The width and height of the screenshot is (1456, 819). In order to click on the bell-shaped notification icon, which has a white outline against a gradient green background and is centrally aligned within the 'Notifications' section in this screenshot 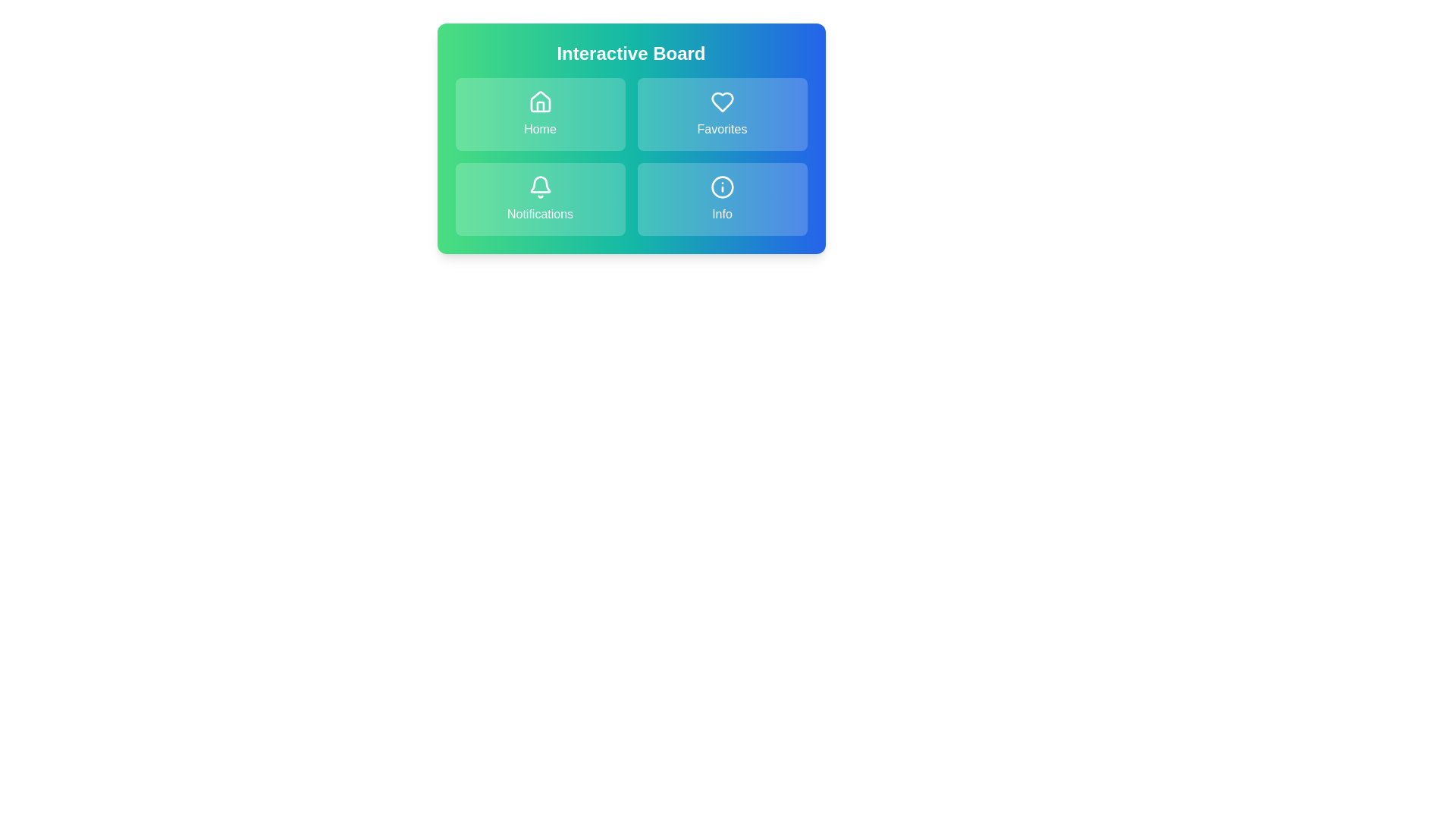, I will do `click(540, 186)`.